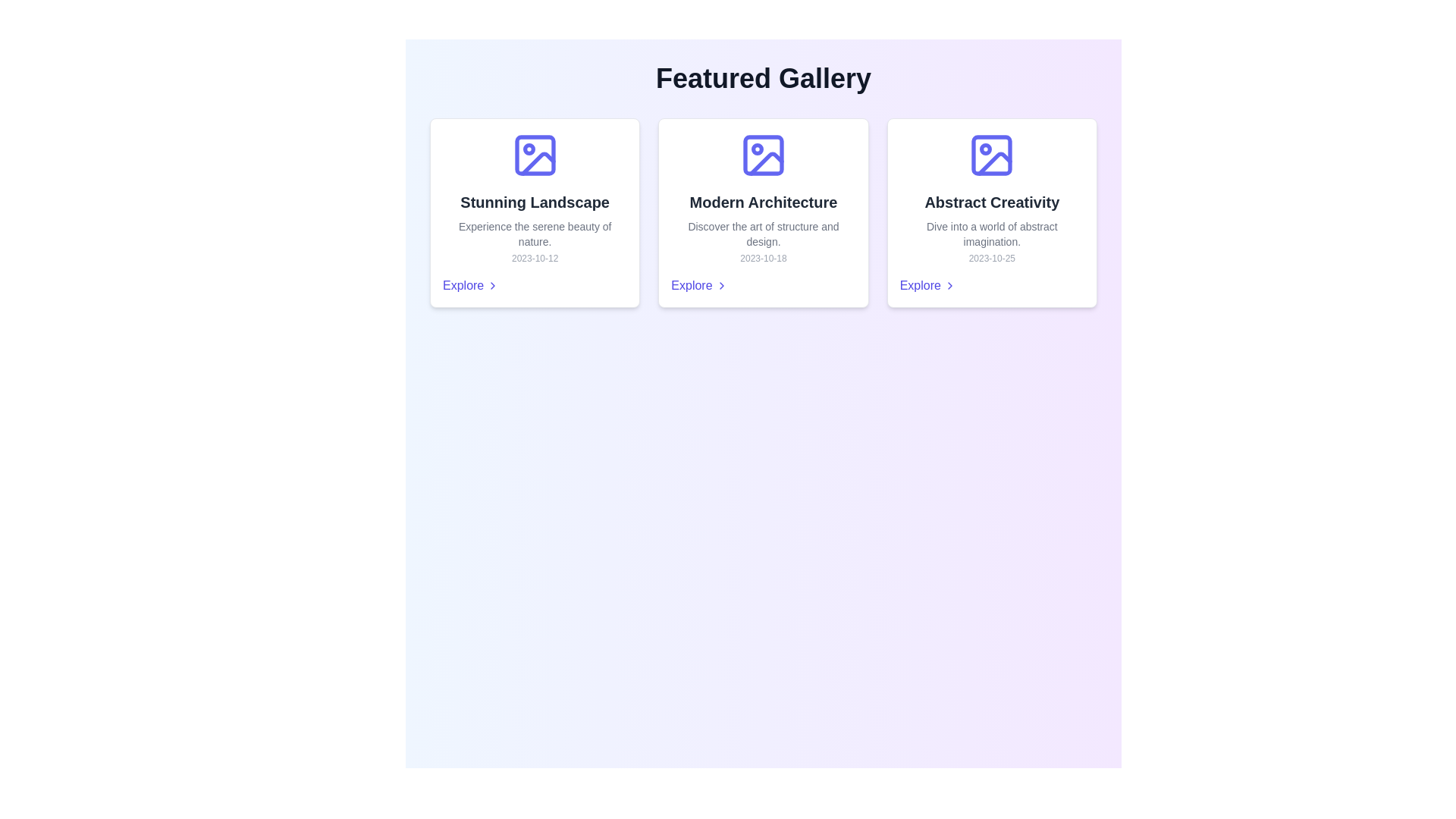 The image size is (1456, 819). What do you see at coordinates (992, 201) in the screenshot?
I see `the static text label displaying the title of the third card in the horizontal gallery, which is positioned below the icon and above the descriptive text` at bounding box center [992, 201].